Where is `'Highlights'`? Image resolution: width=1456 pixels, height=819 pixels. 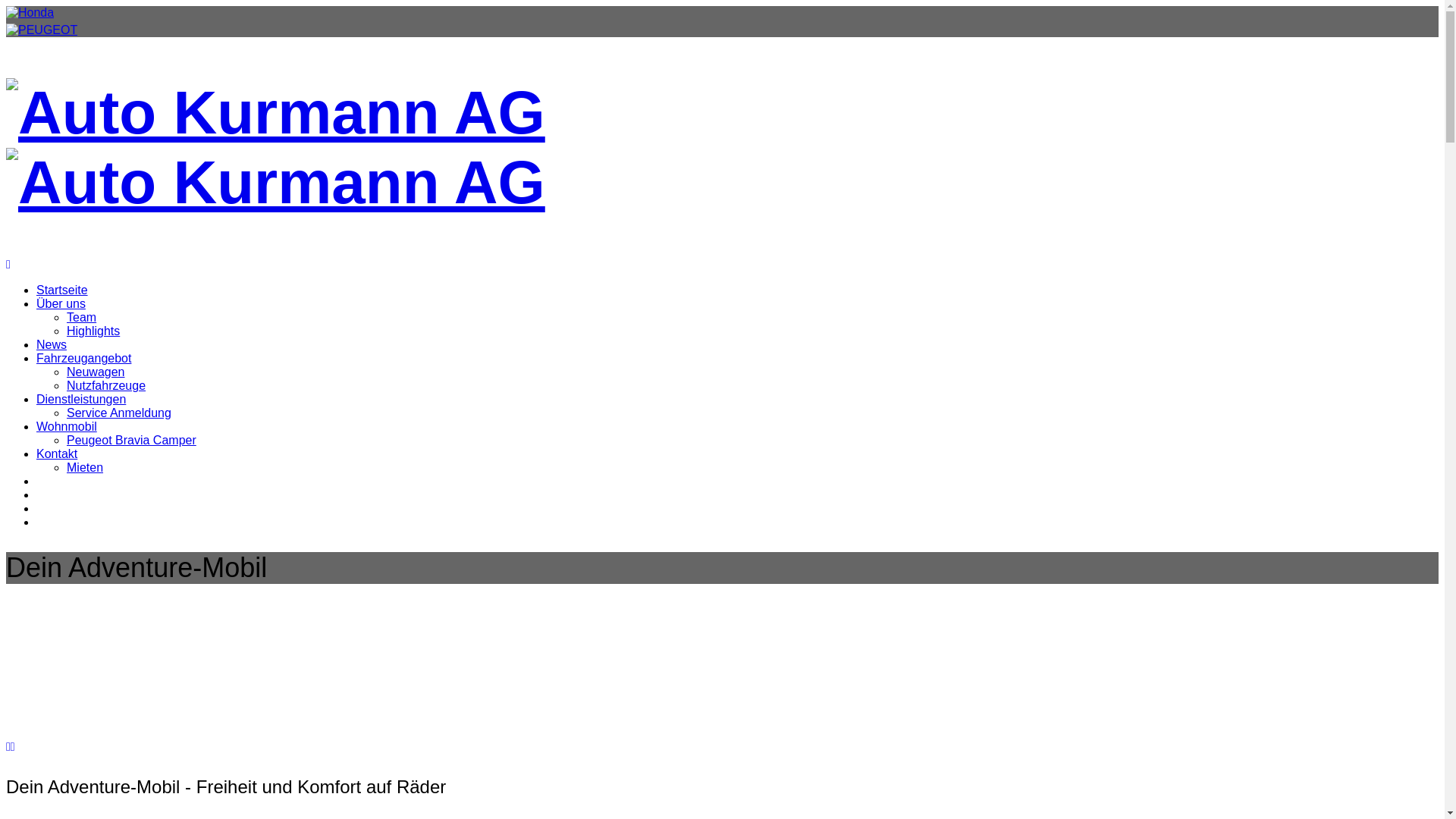 'Highlights' is located at coordinates (93, 330).